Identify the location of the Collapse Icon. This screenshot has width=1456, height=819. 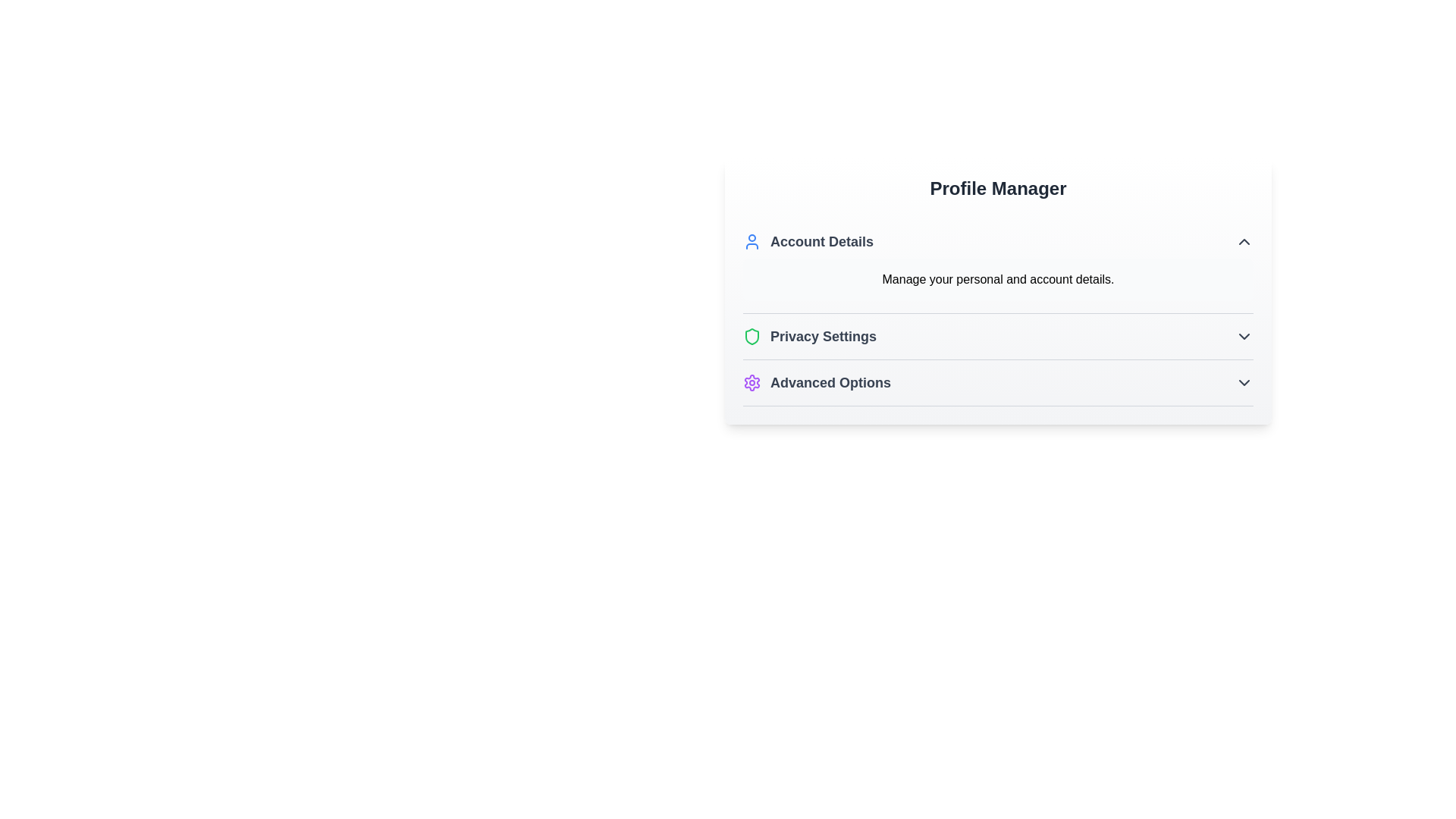
(1244, 241).